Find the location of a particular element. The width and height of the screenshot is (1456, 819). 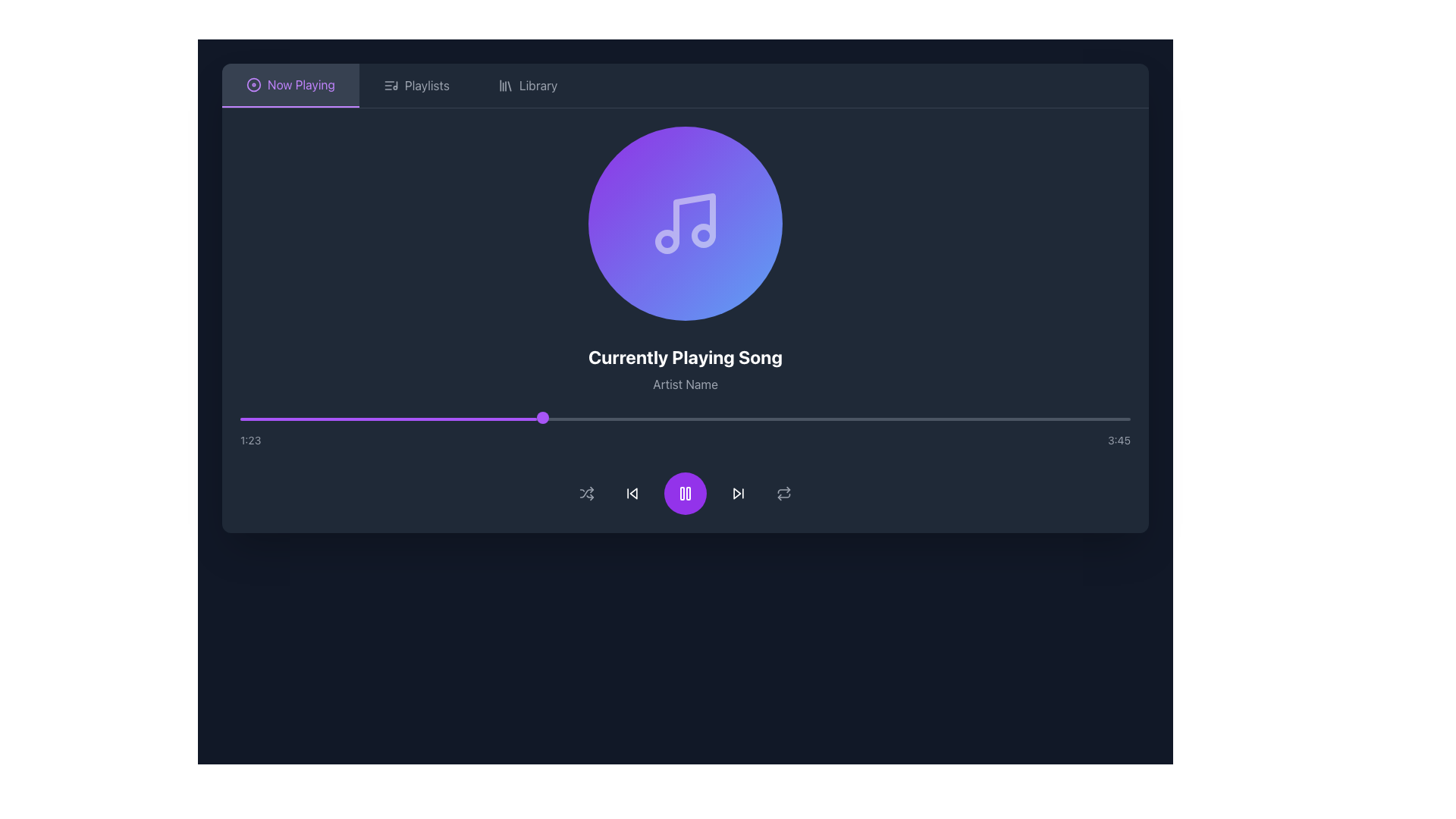

the navigational menu item labeled 'Library' located in the top-right section of the interface is located at coordinates (538, 85).